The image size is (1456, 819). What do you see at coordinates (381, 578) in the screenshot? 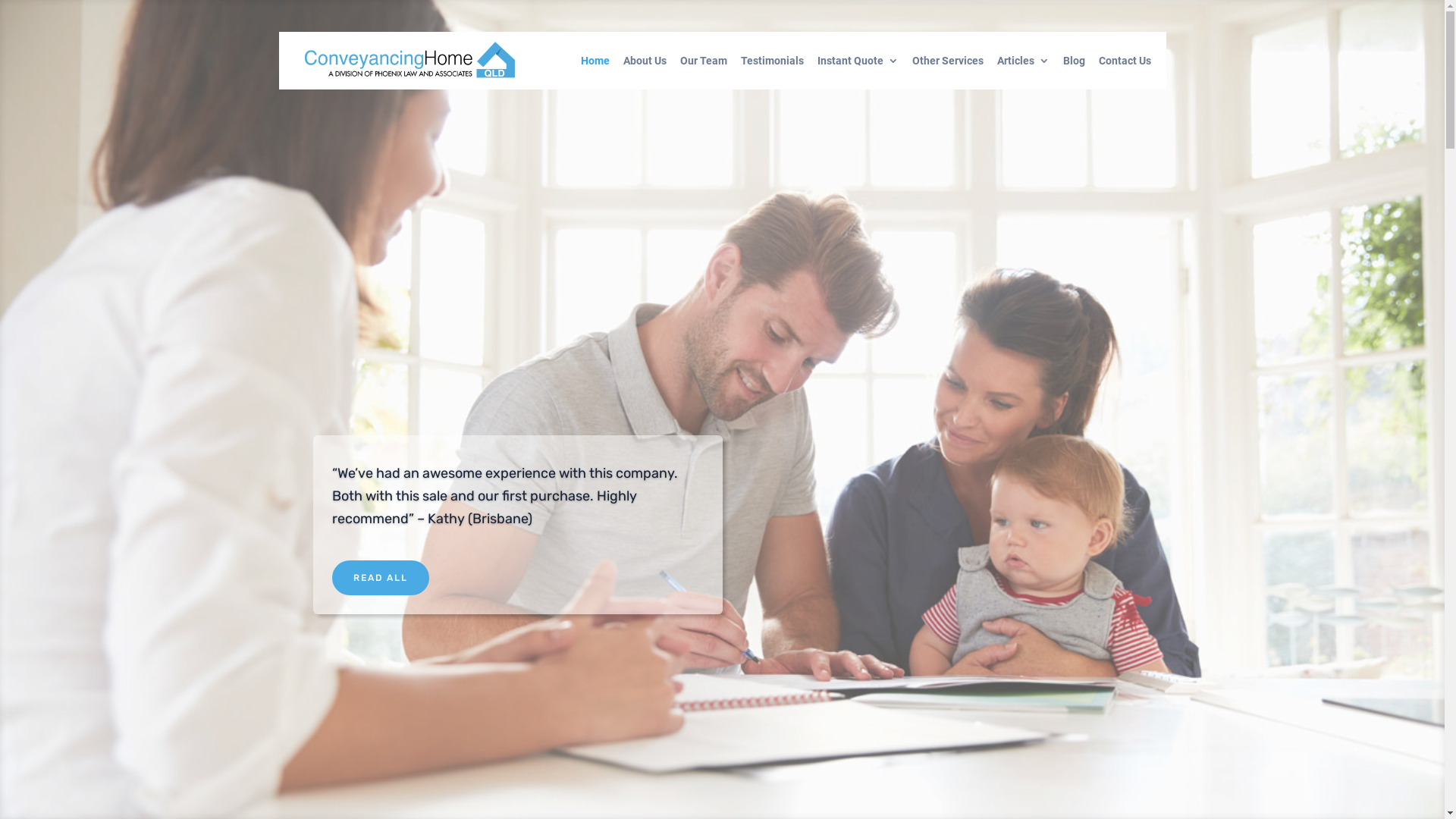
I see `'READ ALL'` at bounding box center [381, 578].